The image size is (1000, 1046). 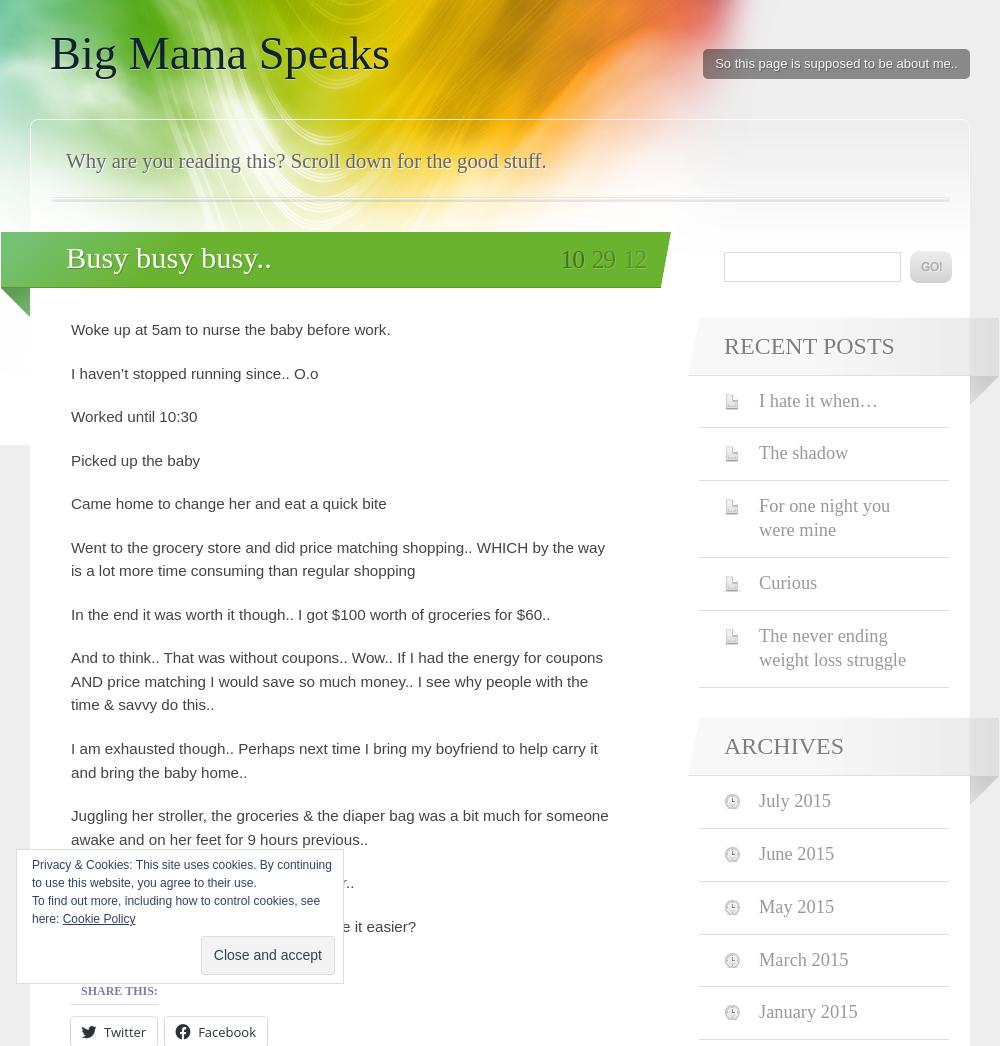 What do you see at coordinates (97, 919) in the screenshot?
I see `'Cookie Policy'` at bounding box center [97, 919].